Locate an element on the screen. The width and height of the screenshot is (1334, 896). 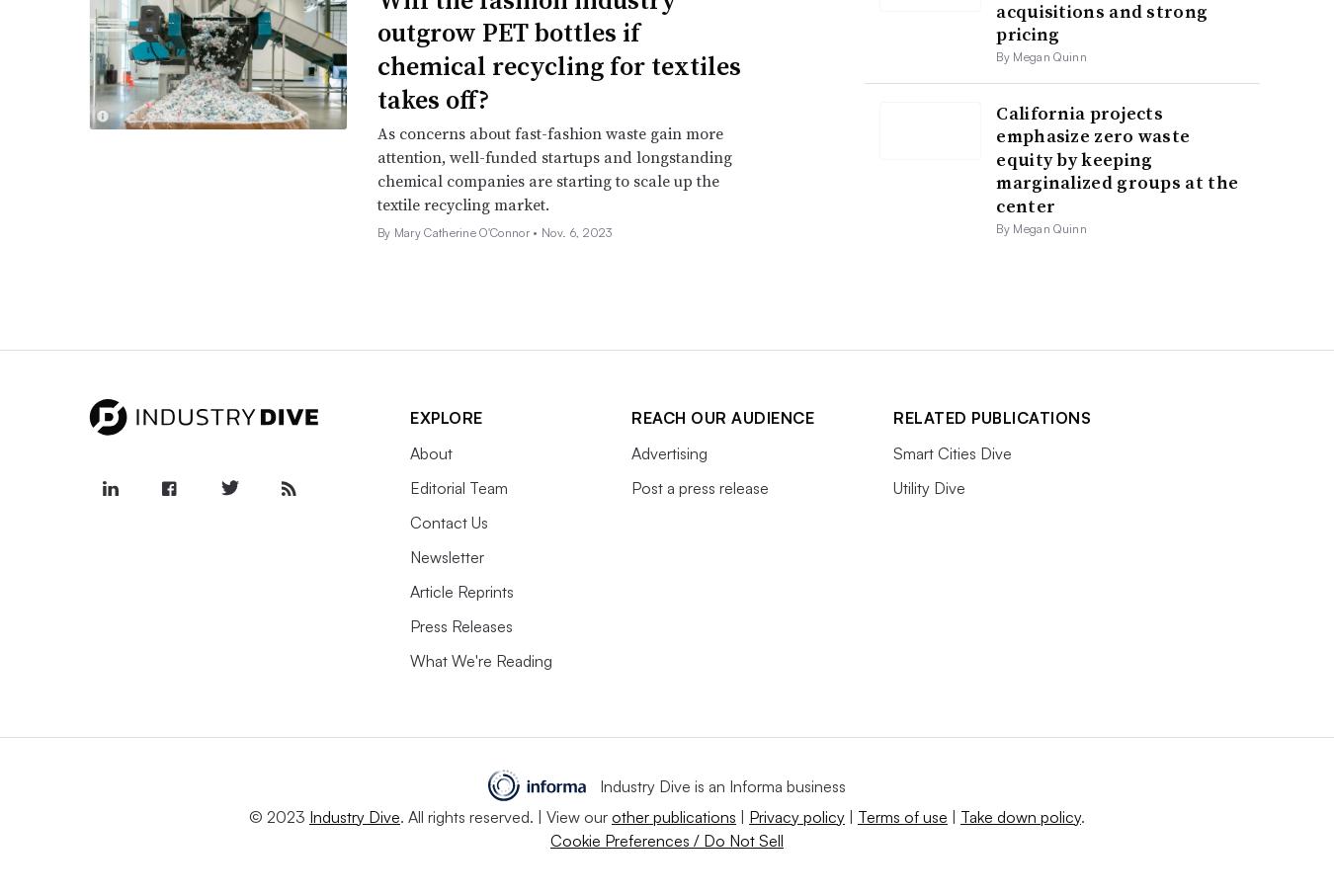
'Privacy policy' is located at coordinates (748, 815).